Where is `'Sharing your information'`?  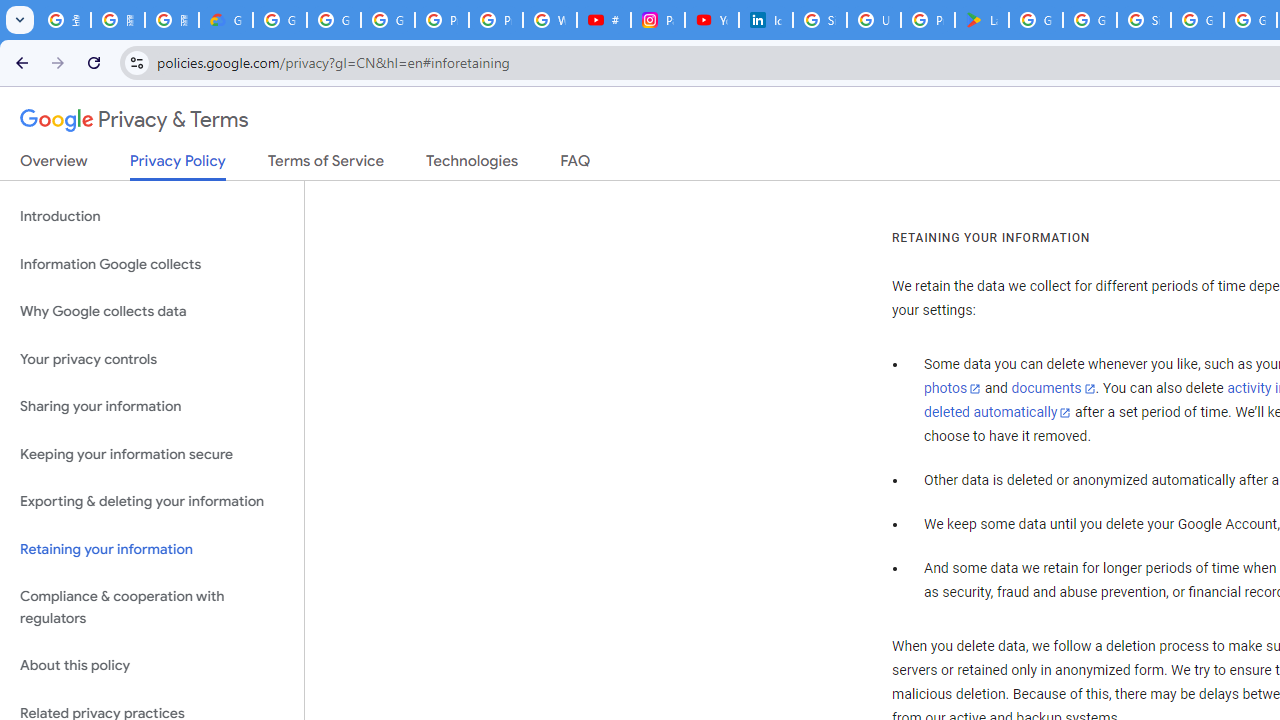 'Sharing your information' is located at coordinates (151, 406).